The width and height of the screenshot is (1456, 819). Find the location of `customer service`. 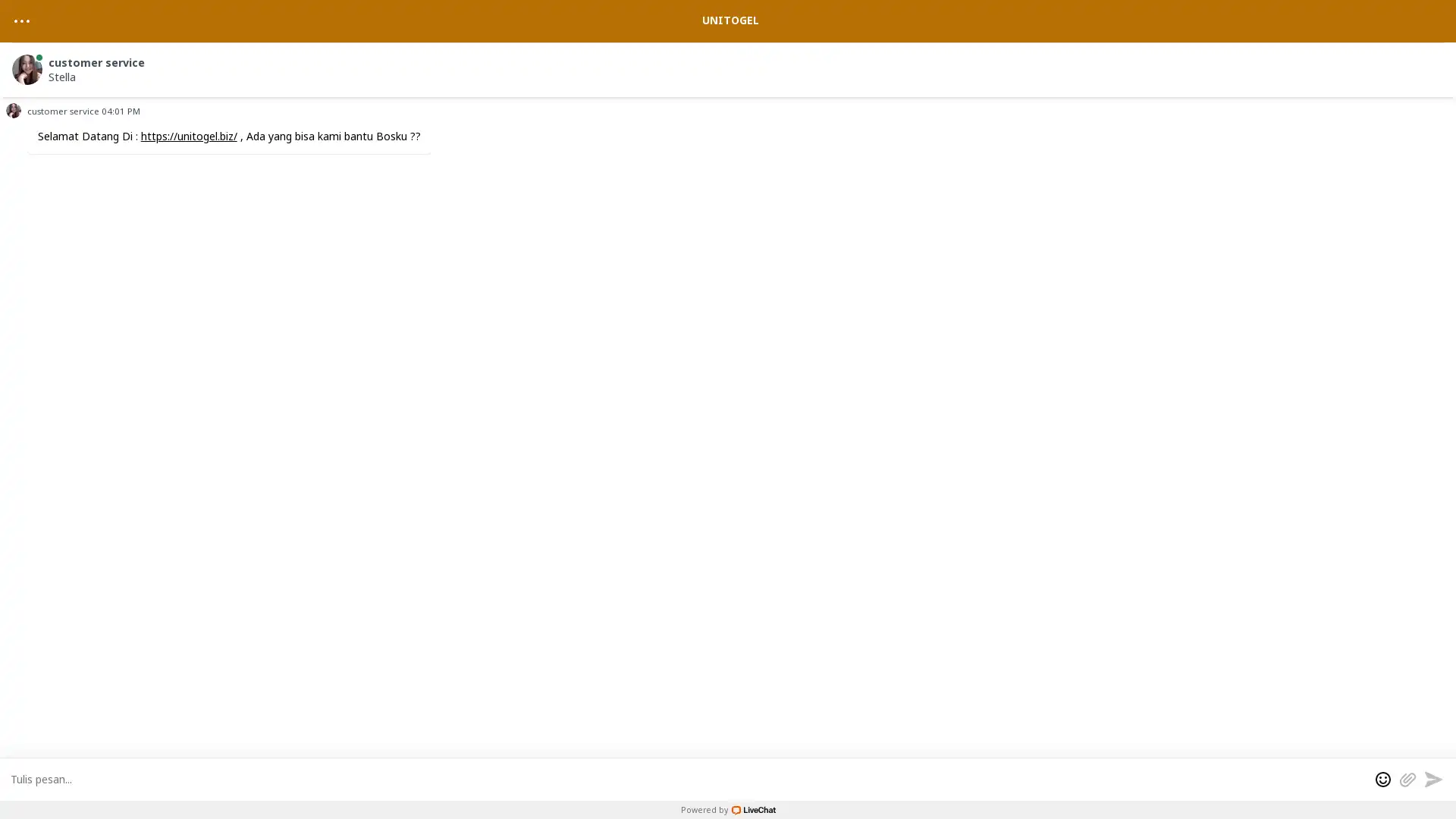

customer service is located at coordinates (730, 66).